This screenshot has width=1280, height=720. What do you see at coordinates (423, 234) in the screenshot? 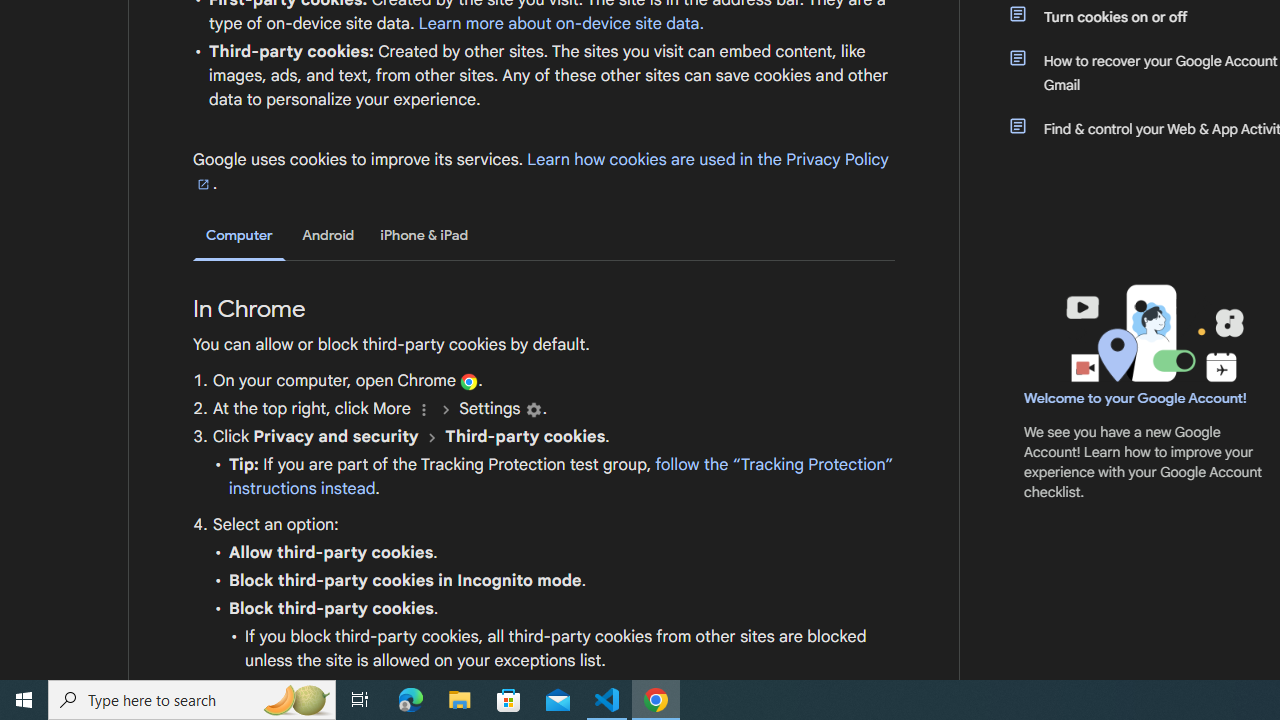
I see `'iPhone & iPad'` at bounding box center [423, 234].